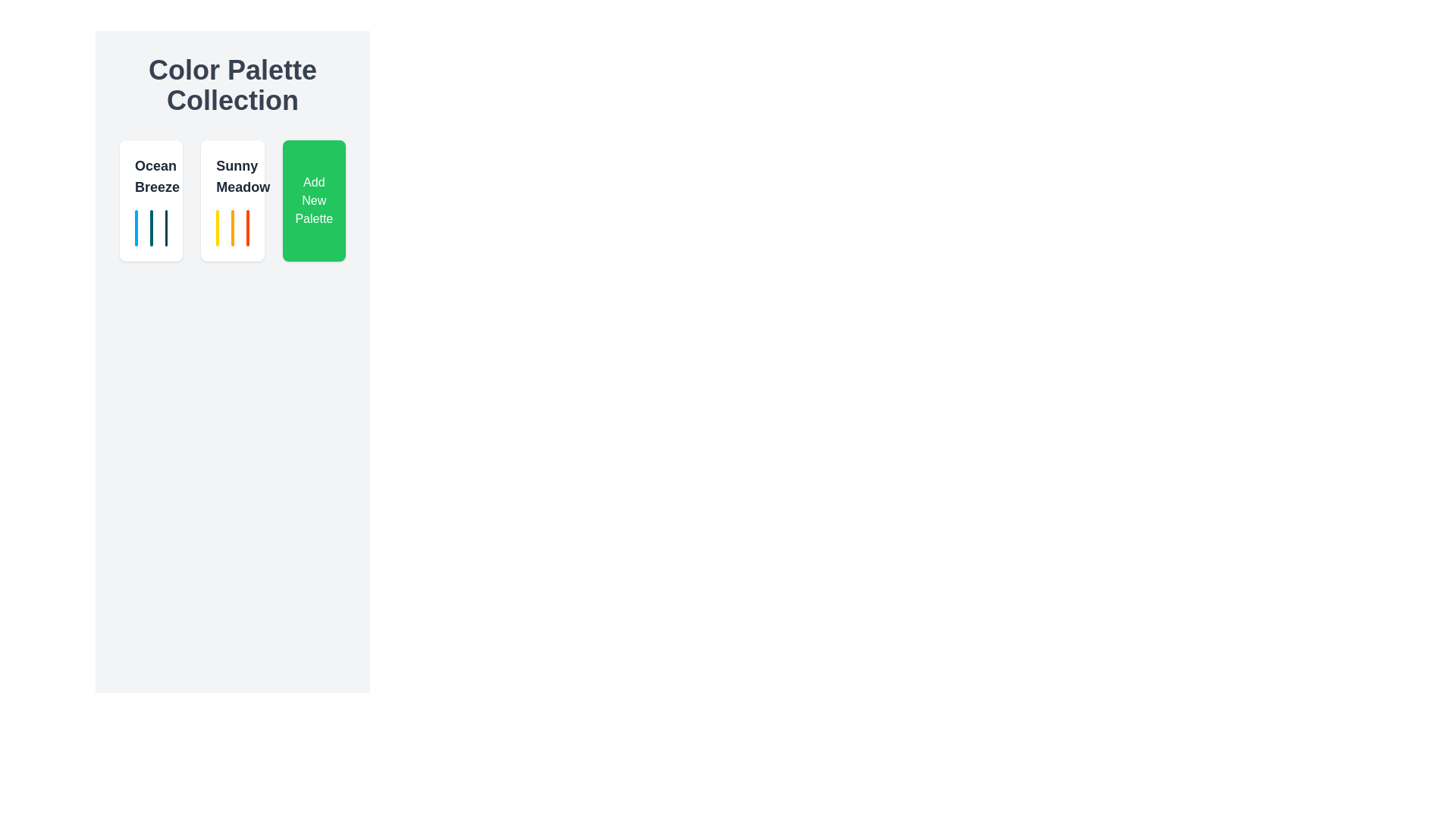 This screenshot has height=819, width=1456. What do you see at coordinates (303, 200) in the screenshot?
I see `the center of the circular icon with a '+' symbol, located within the green card titled 'Add New Palette'` at bounding box center [303, 200].